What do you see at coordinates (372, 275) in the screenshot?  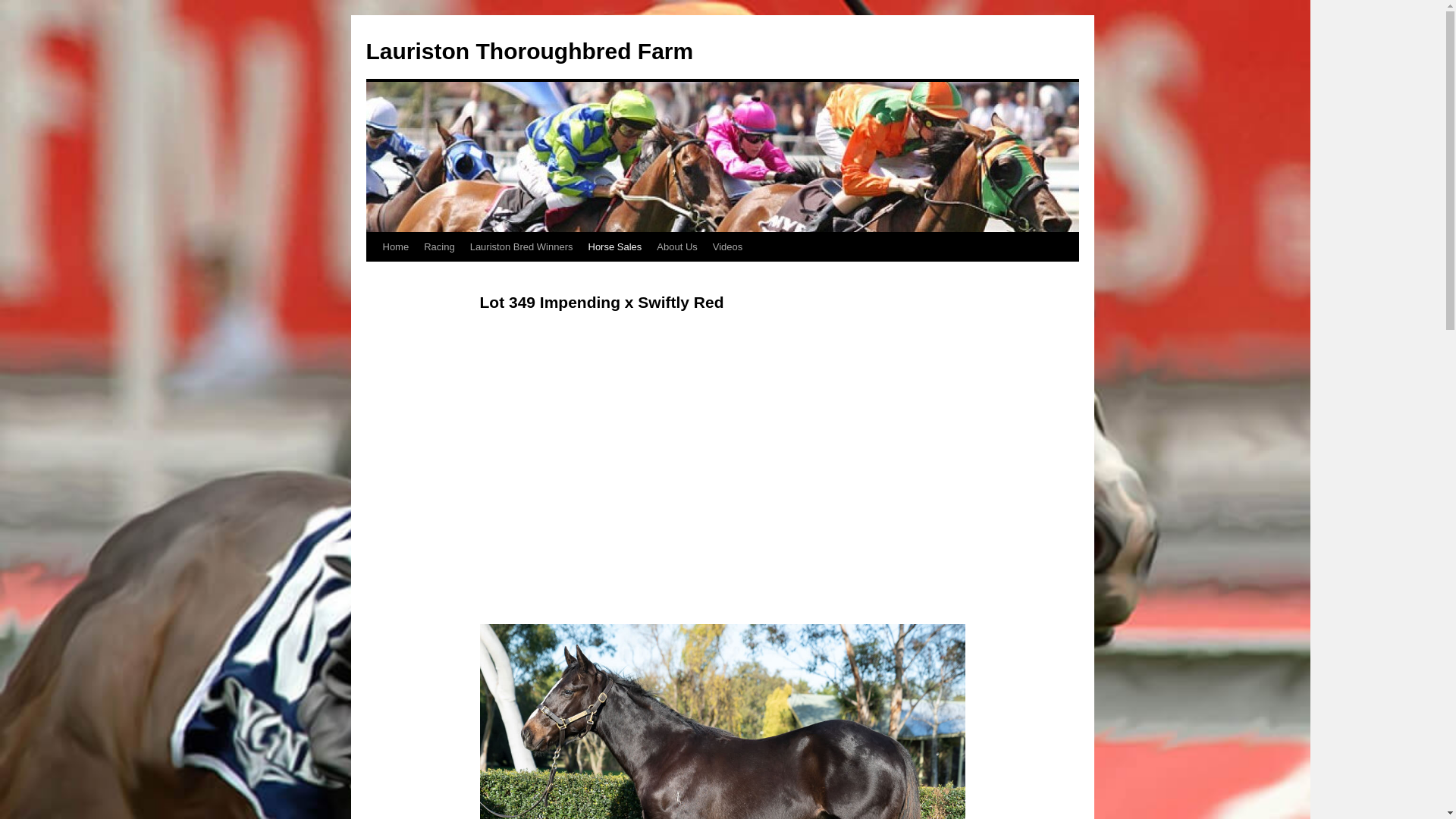 I see `'Skip to content'` at bounding box center [372, 275].